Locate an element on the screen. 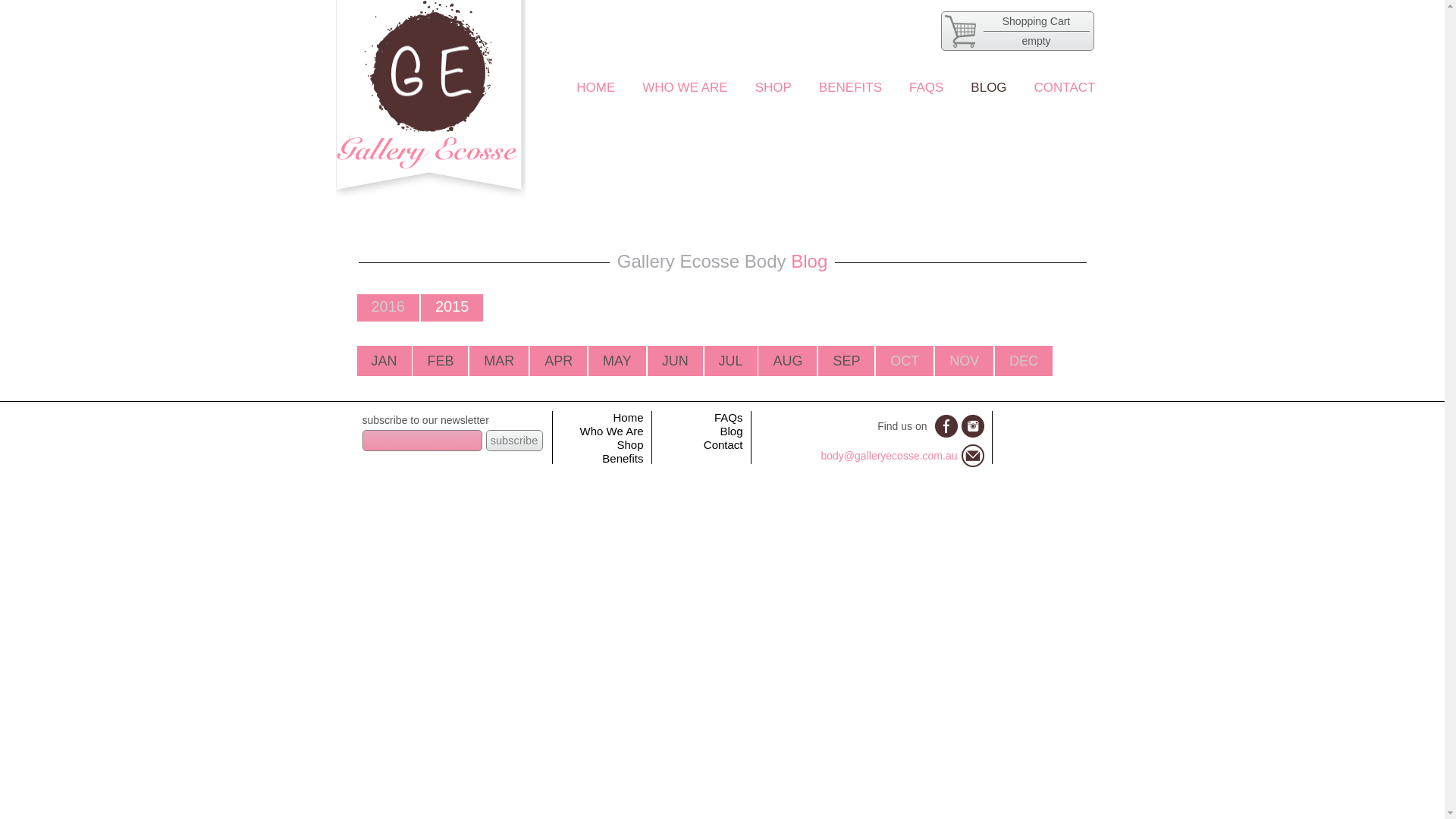  'Benefits' is located at coordinates (622, 457).